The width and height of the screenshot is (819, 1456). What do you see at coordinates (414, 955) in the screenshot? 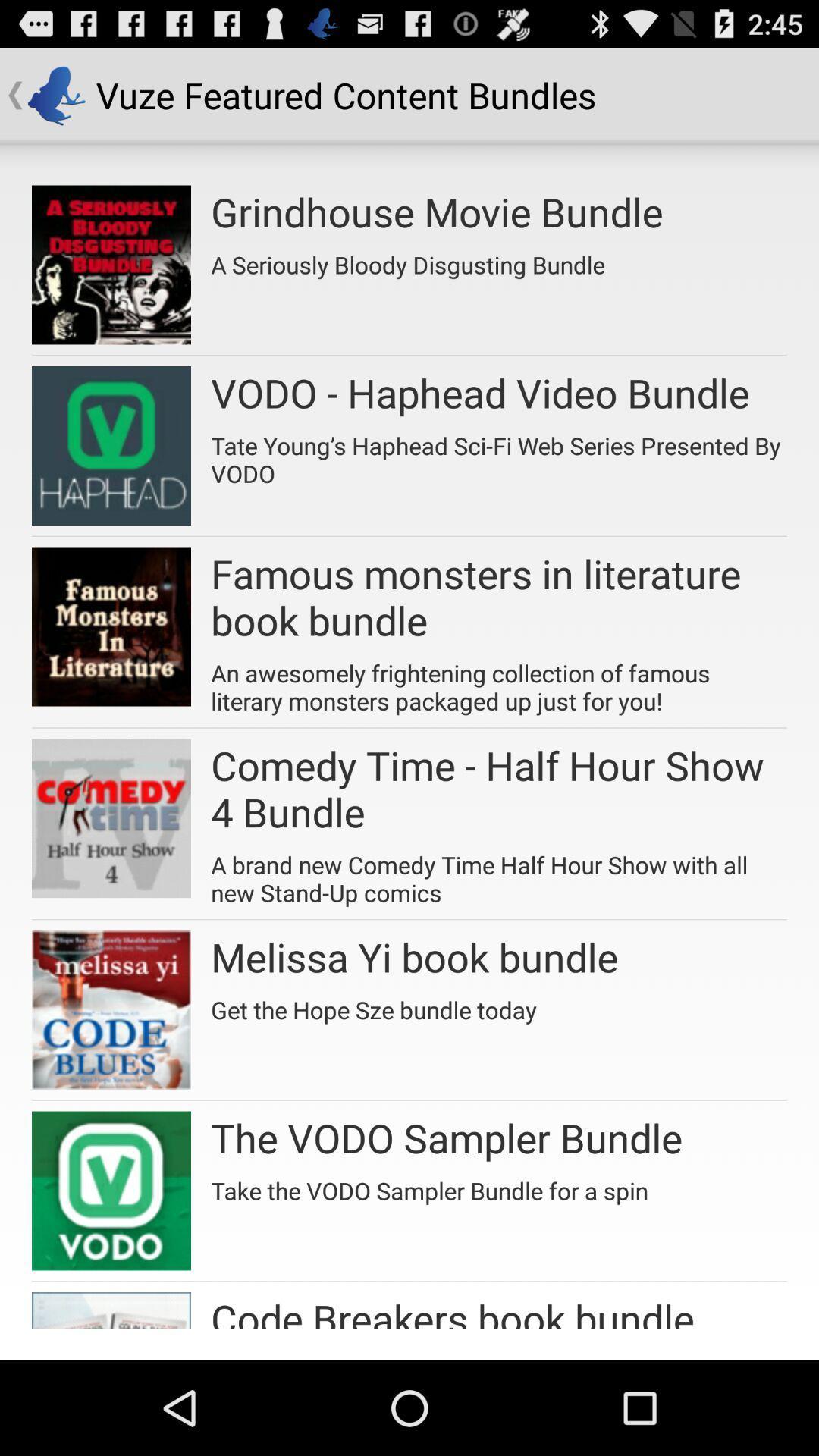
I see `the app below the a brand new item` at bounding box center [414, 955].